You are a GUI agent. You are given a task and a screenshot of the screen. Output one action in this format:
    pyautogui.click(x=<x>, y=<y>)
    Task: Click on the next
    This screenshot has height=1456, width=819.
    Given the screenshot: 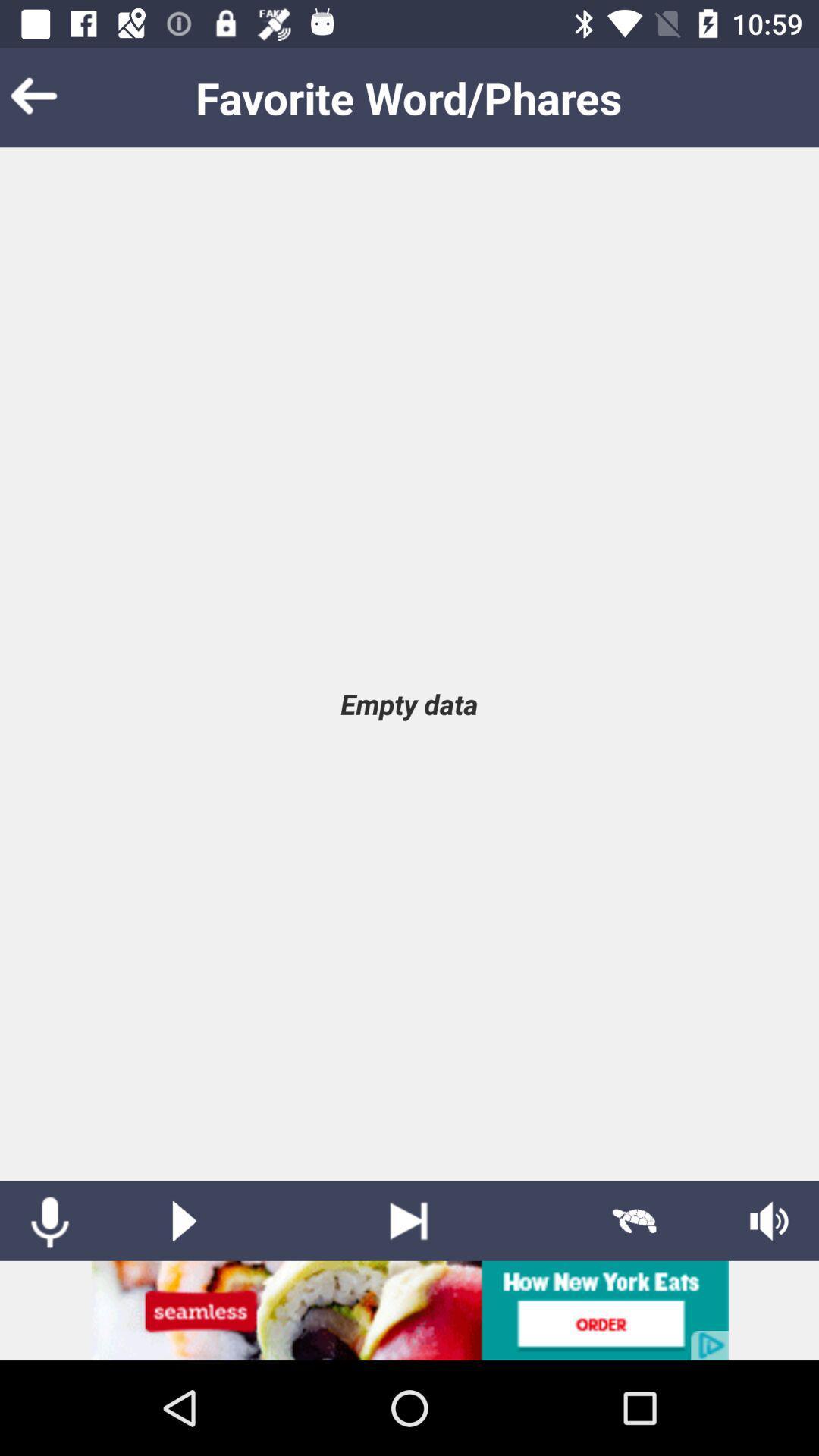 What is the action you would take?
    pyautogui.click(x=408, y=1221)
    